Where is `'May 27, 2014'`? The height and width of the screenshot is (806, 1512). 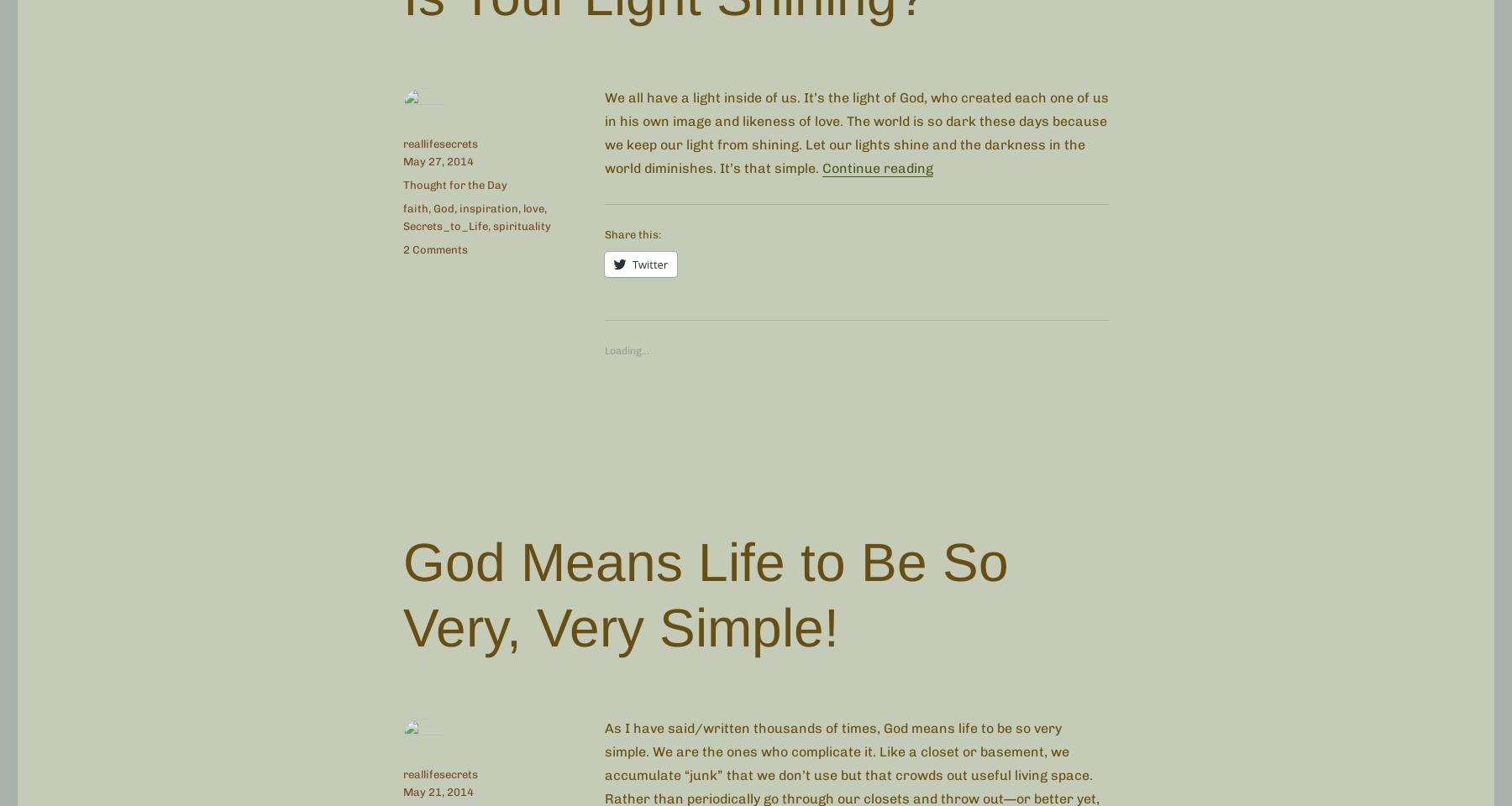
'May 27, 2014' is located at coordinates (402, 160).